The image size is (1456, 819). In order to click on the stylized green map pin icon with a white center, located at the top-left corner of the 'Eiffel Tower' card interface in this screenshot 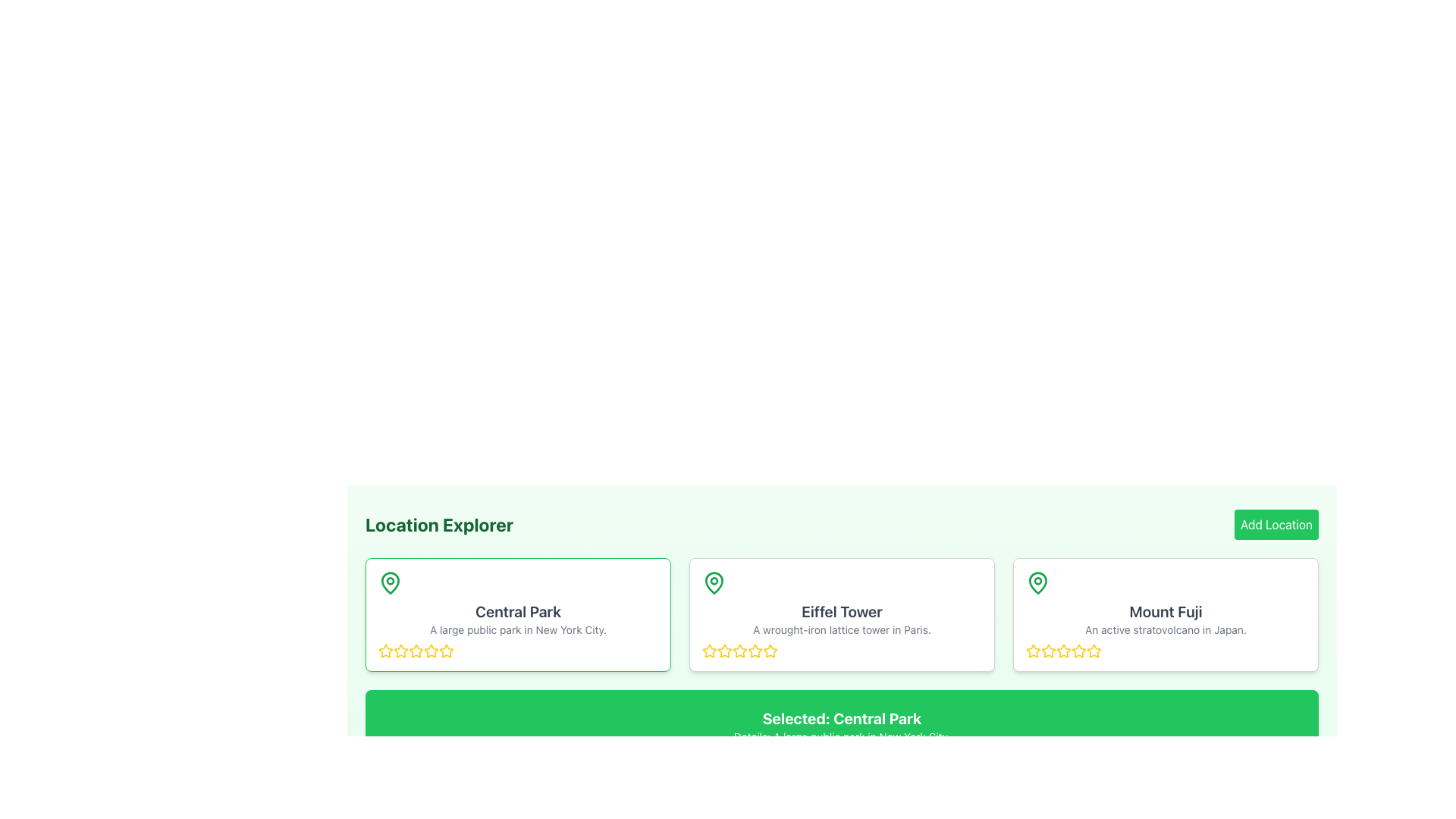, I will do `click(713, 581)`.